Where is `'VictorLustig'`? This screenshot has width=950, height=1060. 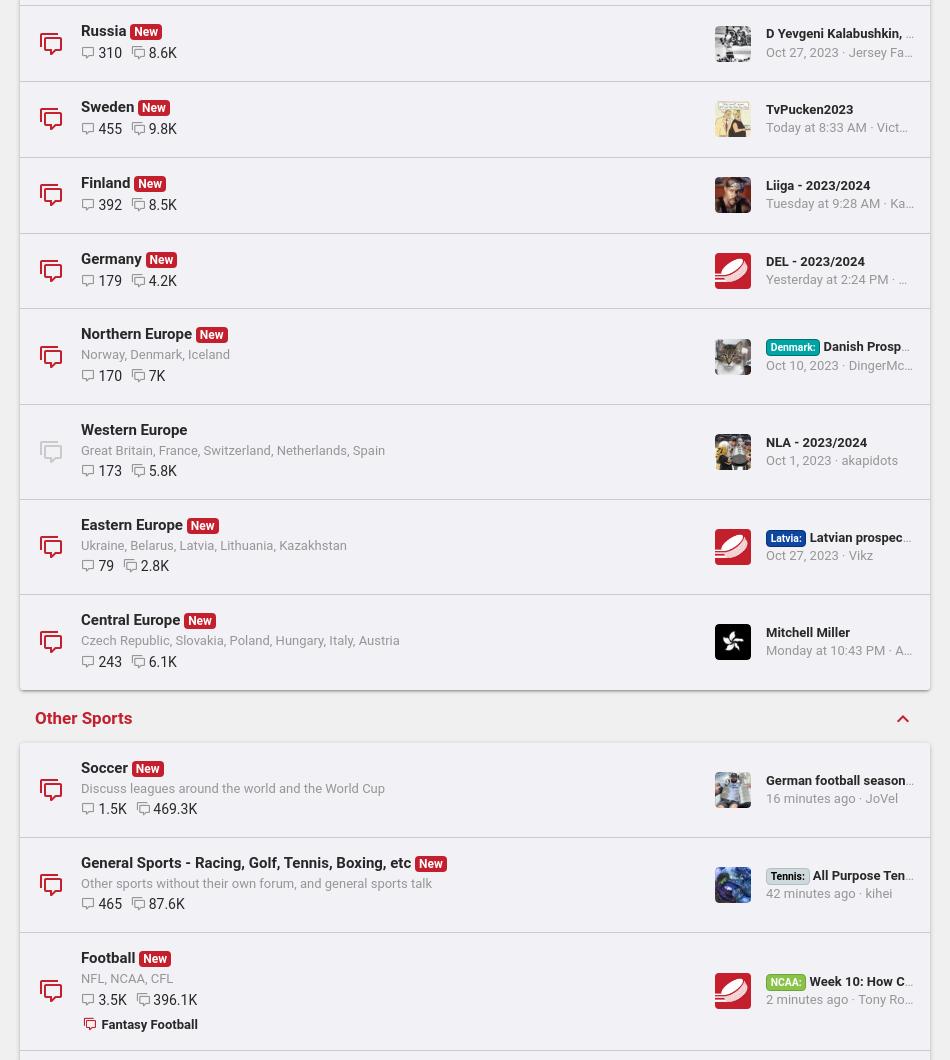 'VictorLustig' is located at coordinates (571, 1044).